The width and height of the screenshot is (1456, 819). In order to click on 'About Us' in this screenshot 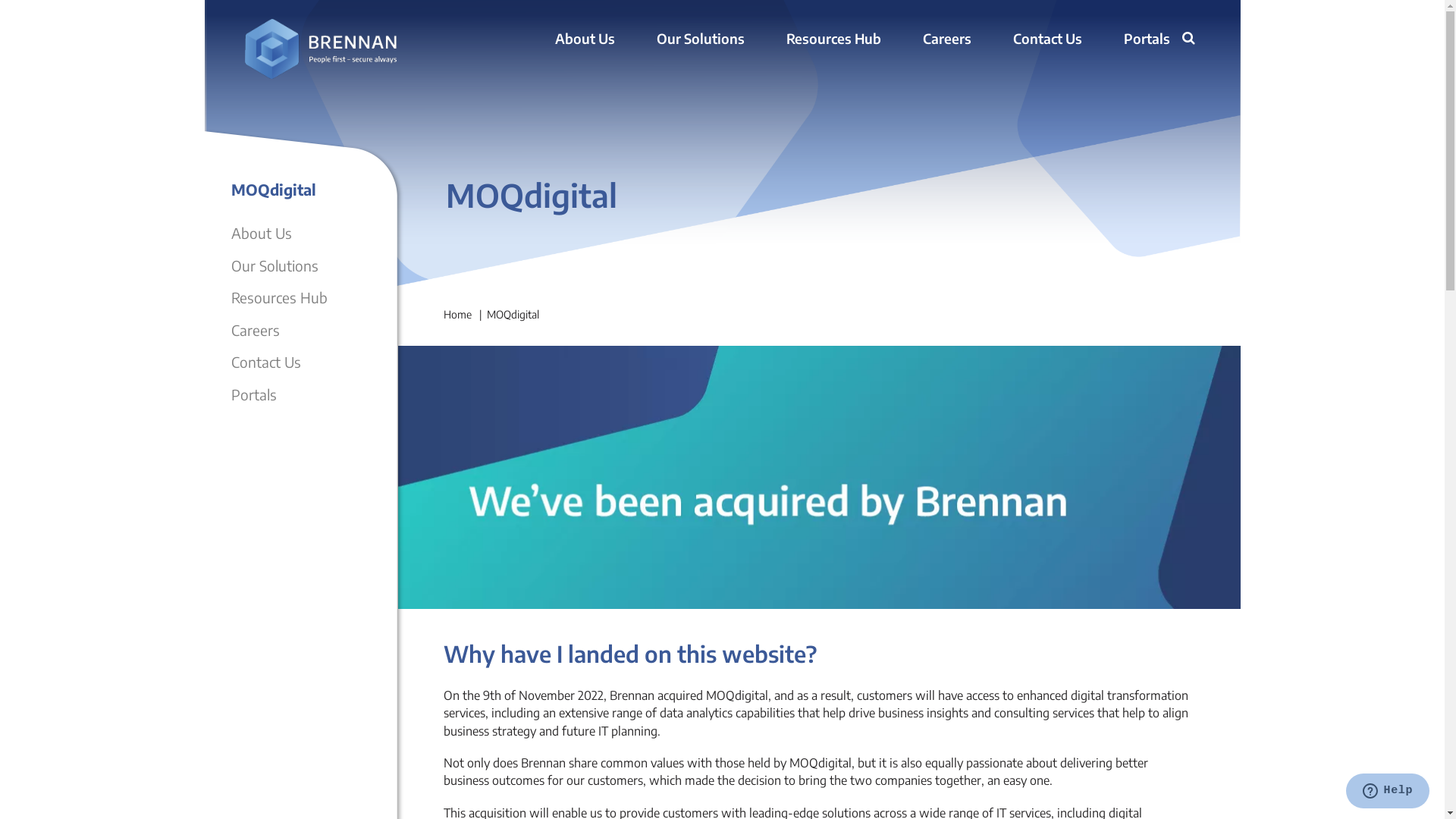, I will do `click(584, 39)`.